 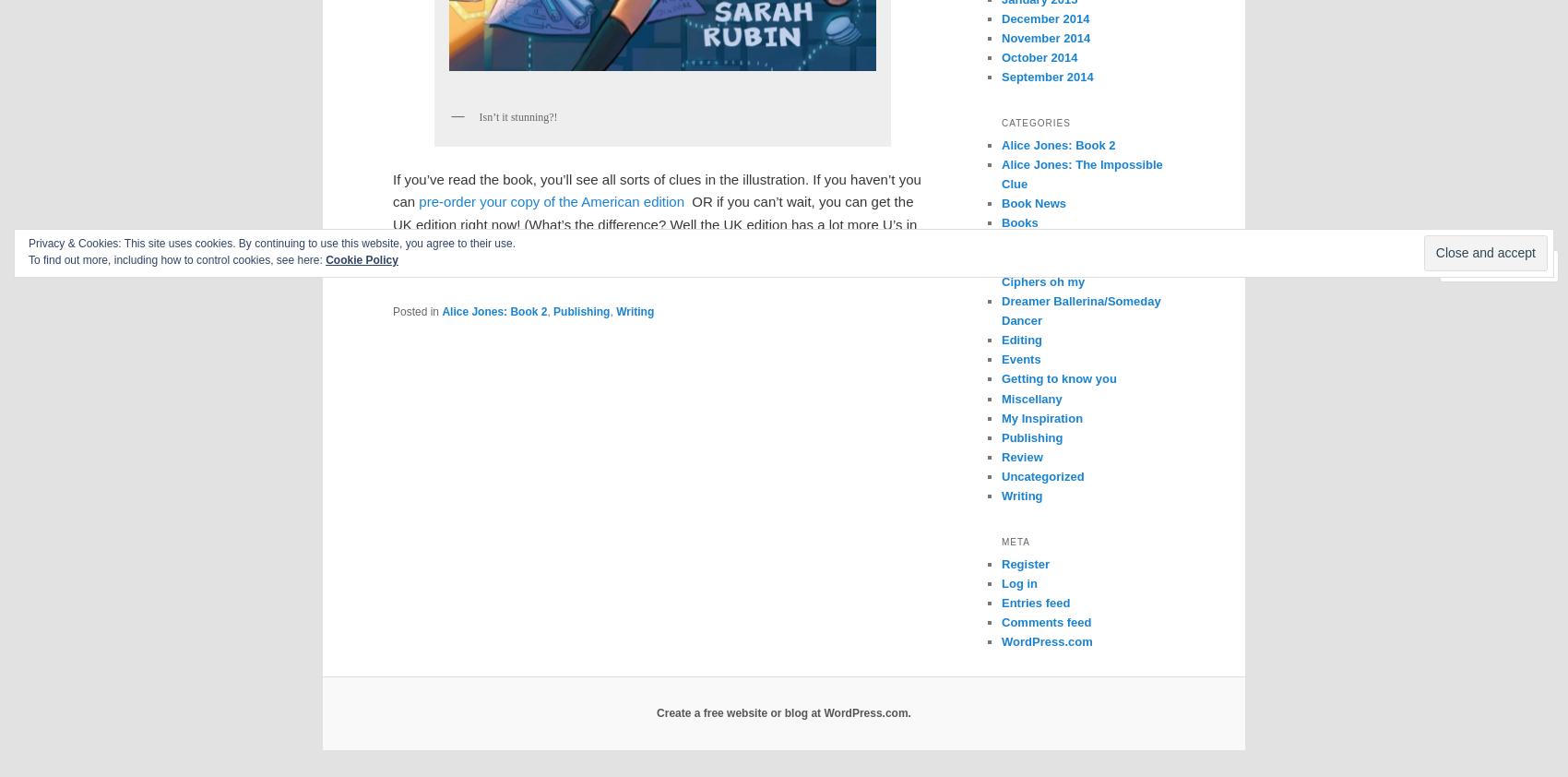 I want to click on 'To find out more, including how to control cookies, see here:', so click(x=28, y=259).